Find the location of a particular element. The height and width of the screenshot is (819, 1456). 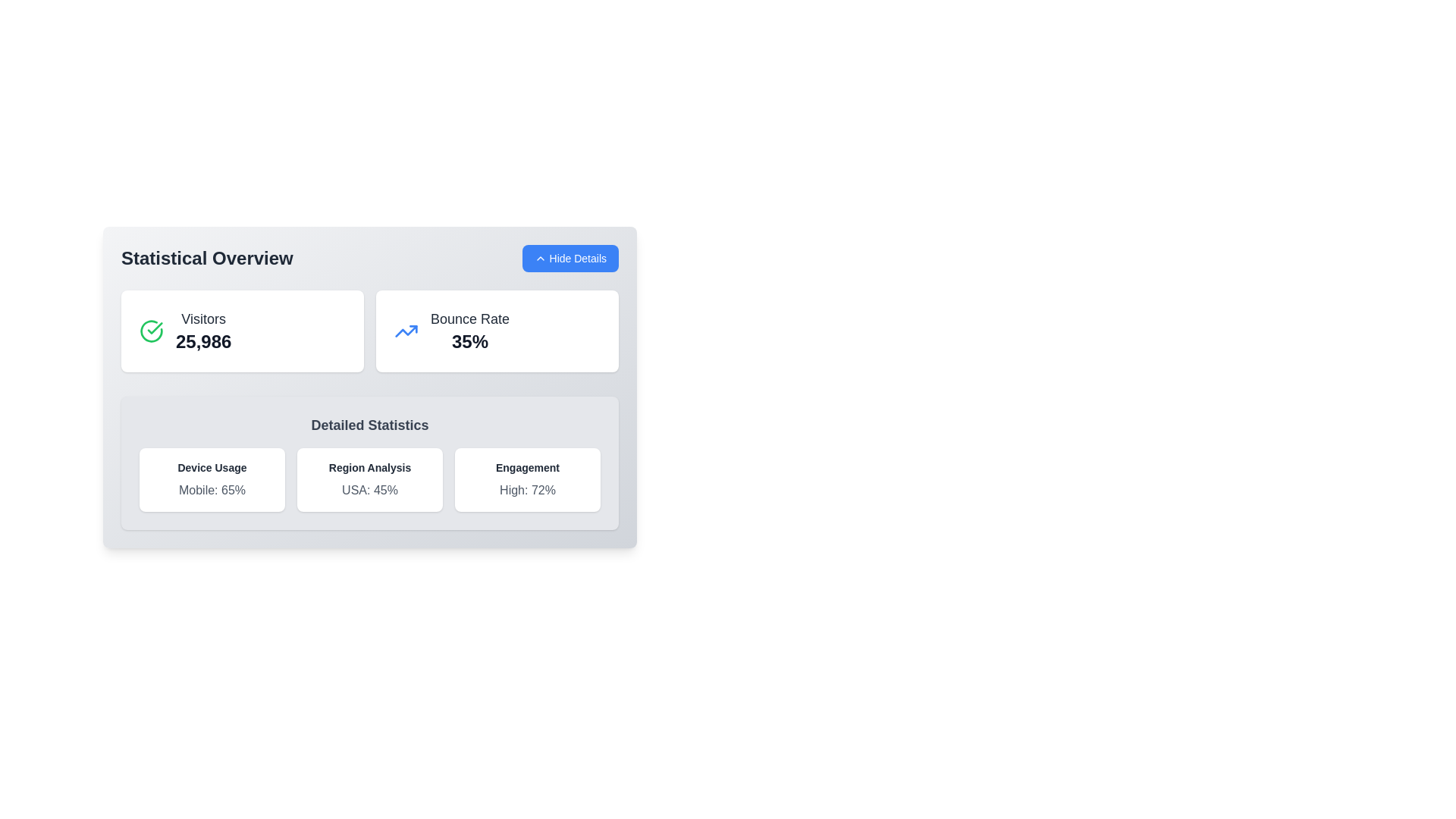

the Informational card that indicates 65% of usage is from mobile devices, positioned leftmost in the 'Detailed Statistics' section is located at coordinates (211, 479).